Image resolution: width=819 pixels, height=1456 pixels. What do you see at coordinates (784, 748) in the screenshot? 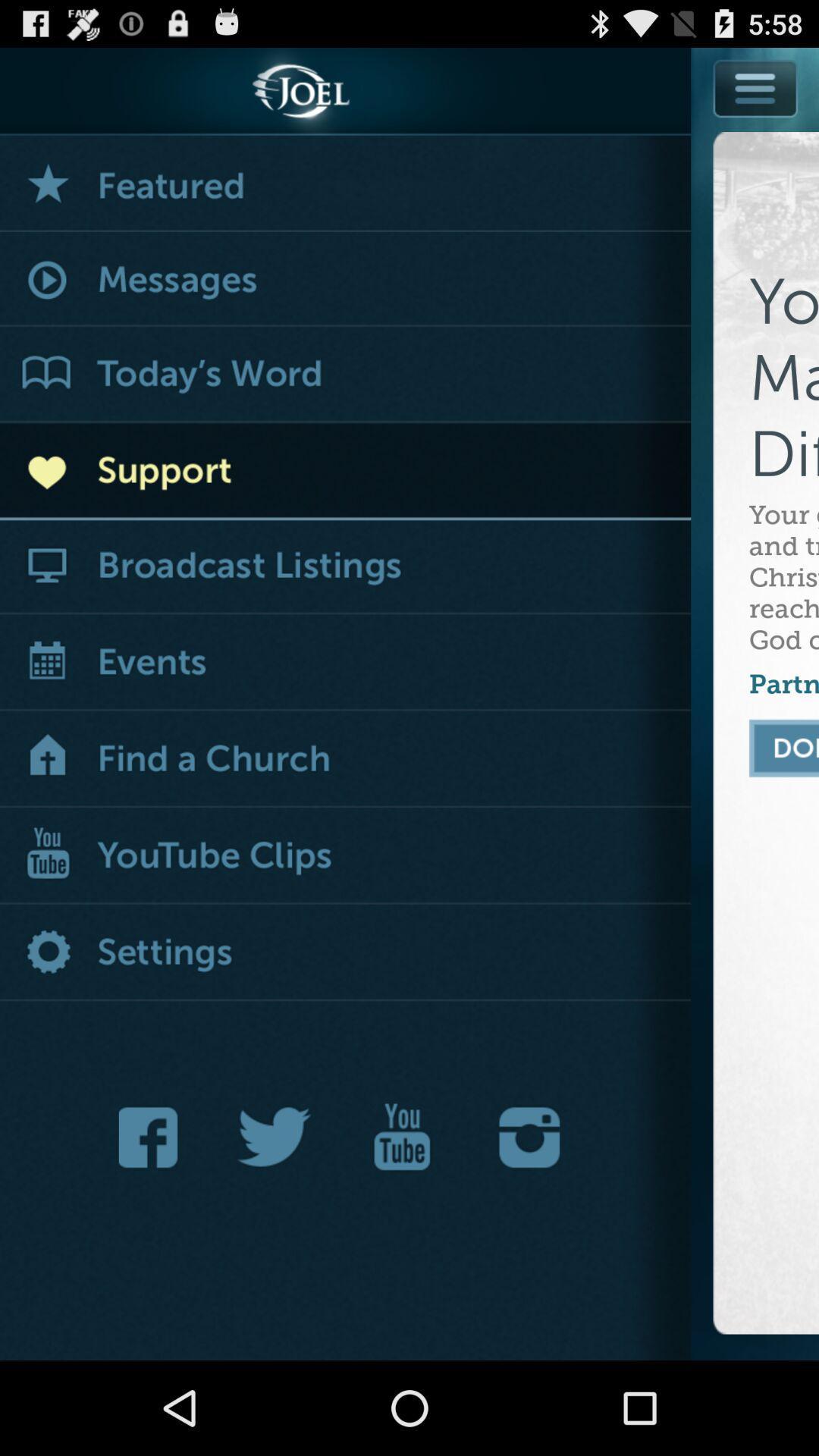
I see `the item below the partner with us icon` at bounding box center [784, 748].